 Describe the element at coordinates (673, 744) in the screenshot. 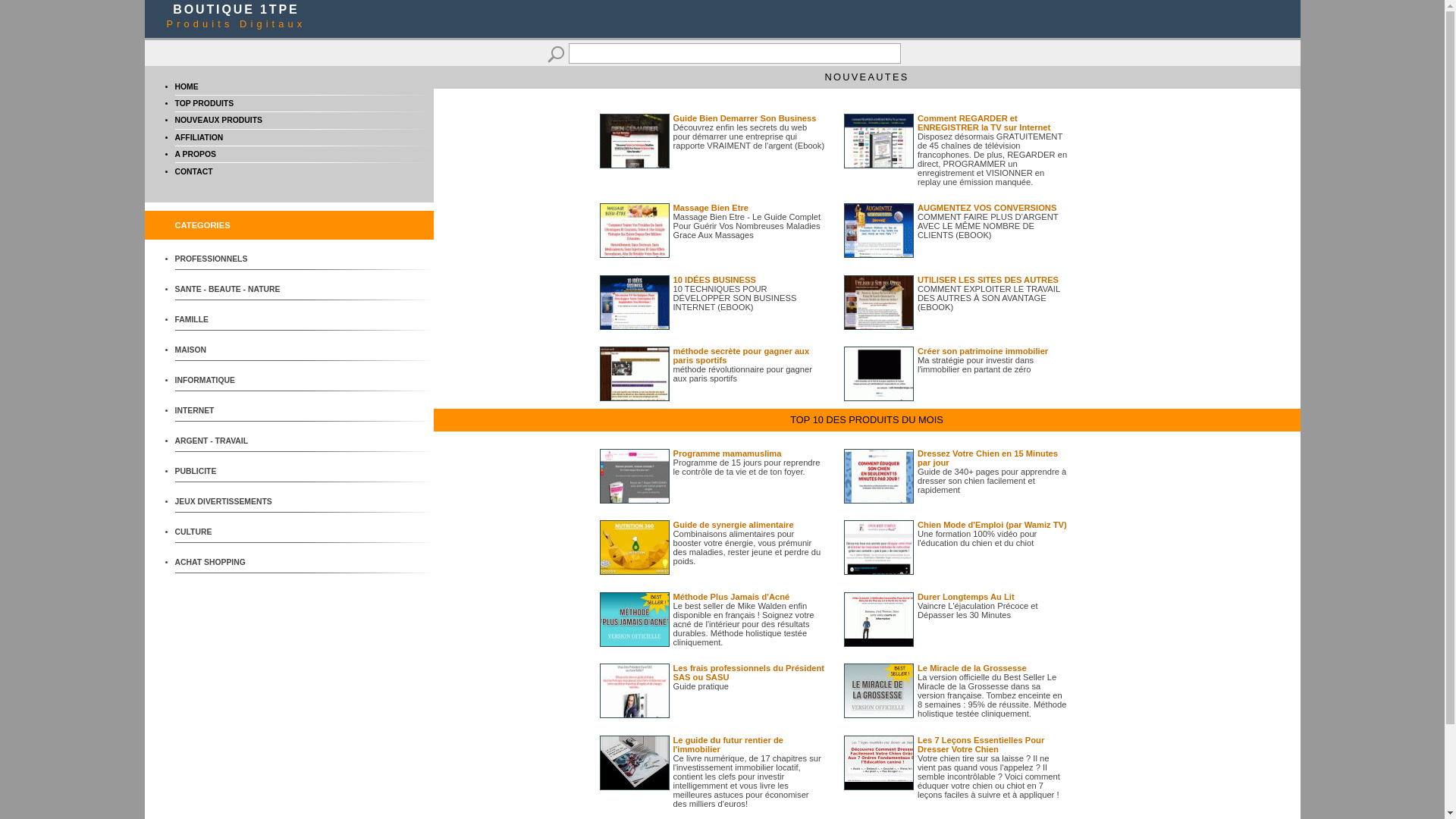

I see `'Le guide du futur rentier de l'immobilier'` at that location.